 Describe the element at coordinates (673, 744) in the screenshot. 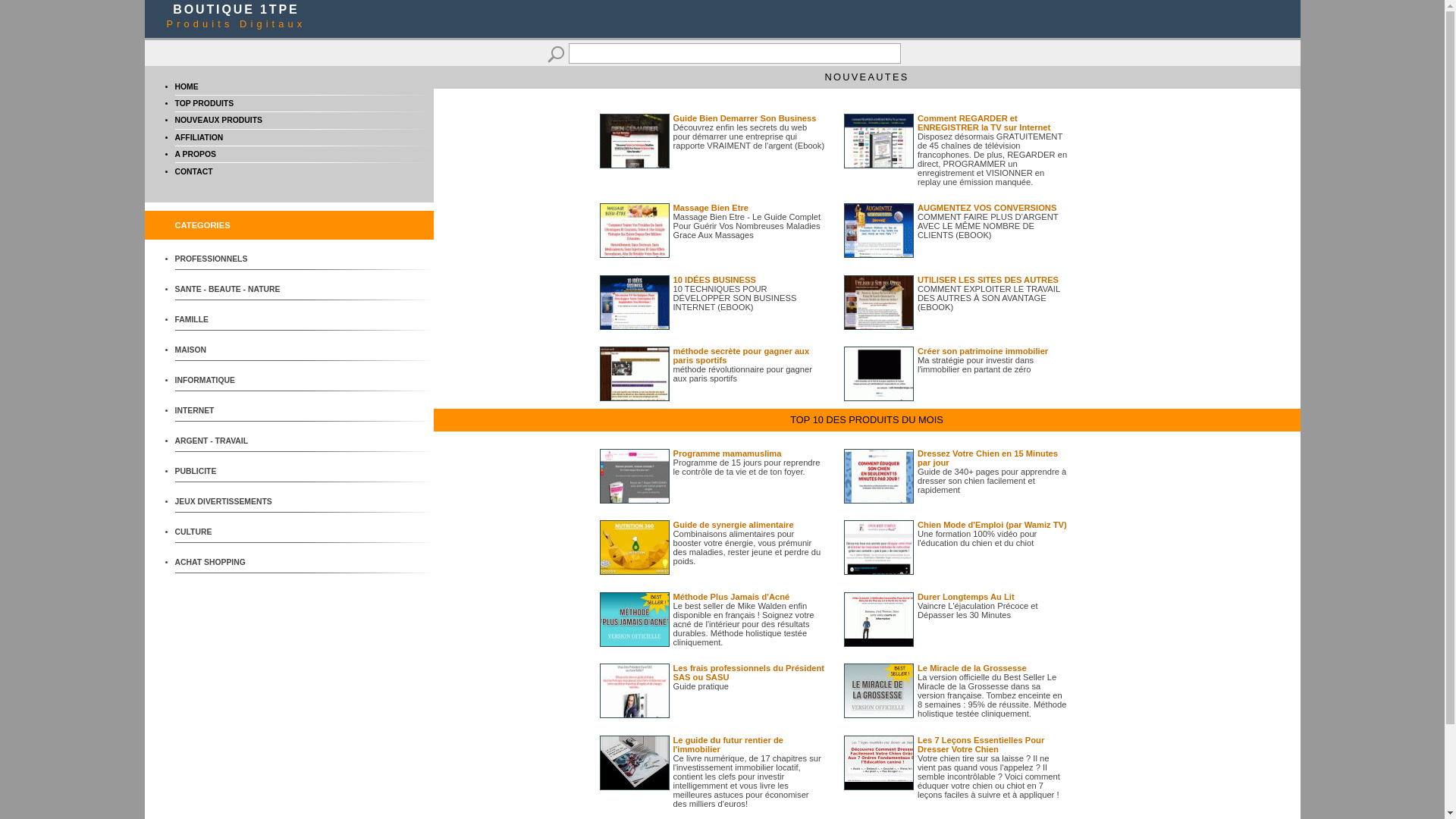

I see `'Le guide du futur rentier de l'immobilier'` at that location.